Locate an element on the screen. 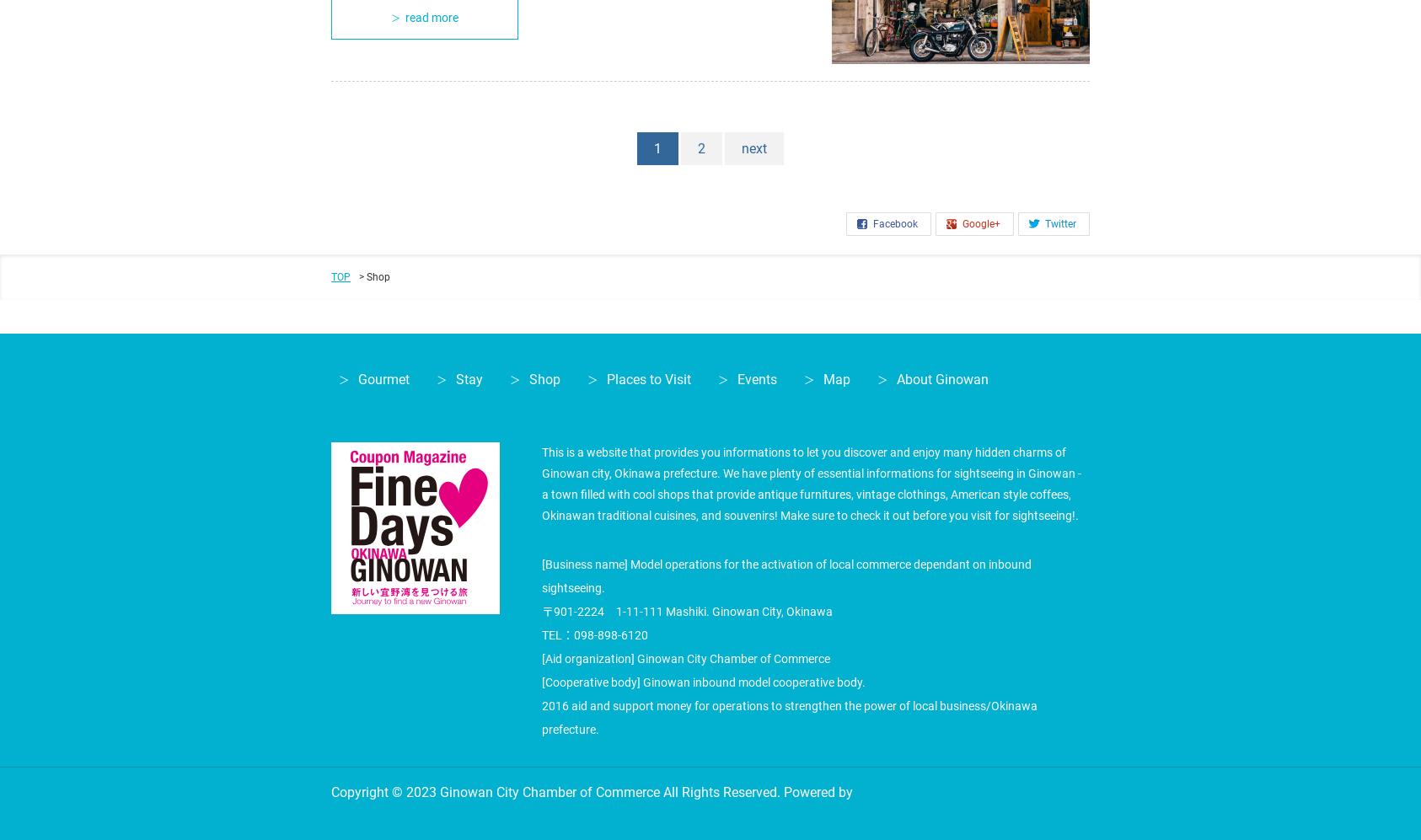 The width and height of the screenshot is (1421, 840). 'read more' is located at coordinates (431, 17).